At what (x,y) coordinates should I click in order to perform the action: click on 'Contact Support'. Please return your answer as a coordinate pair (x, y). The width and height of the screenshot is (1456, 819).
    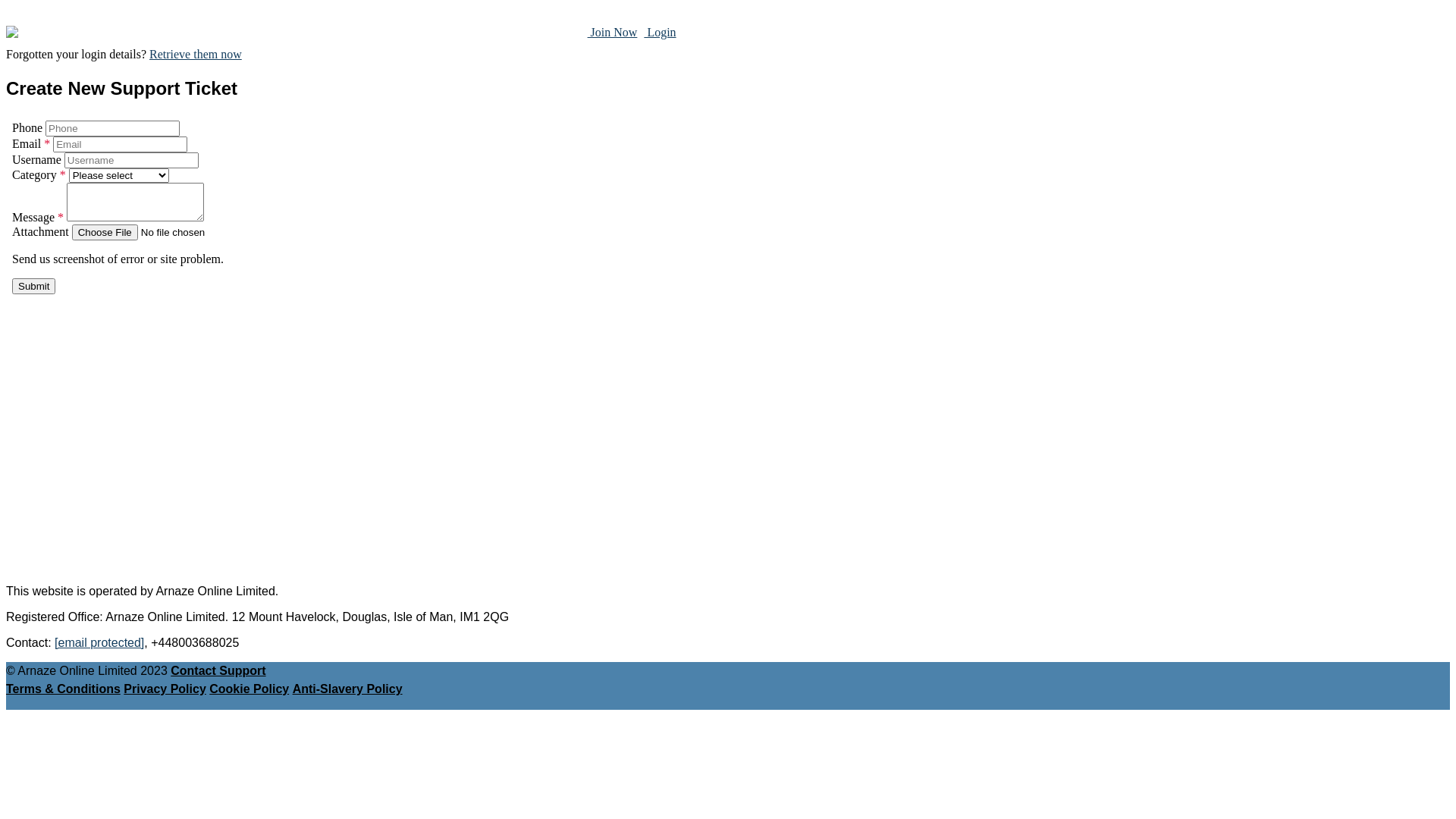
    Looking at the image, I should click on (217, 670).